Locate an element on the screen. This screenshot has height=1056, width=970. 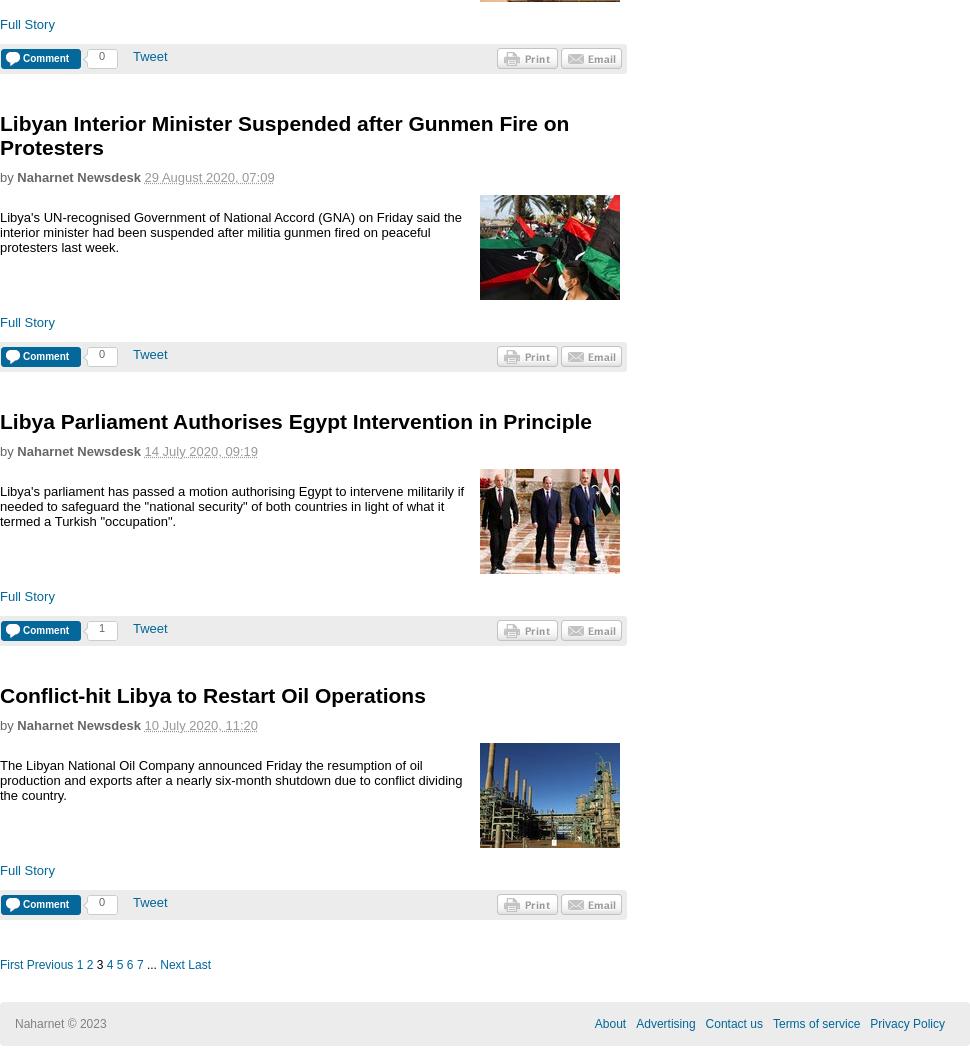
'First' is located at coordinates (11, 964).